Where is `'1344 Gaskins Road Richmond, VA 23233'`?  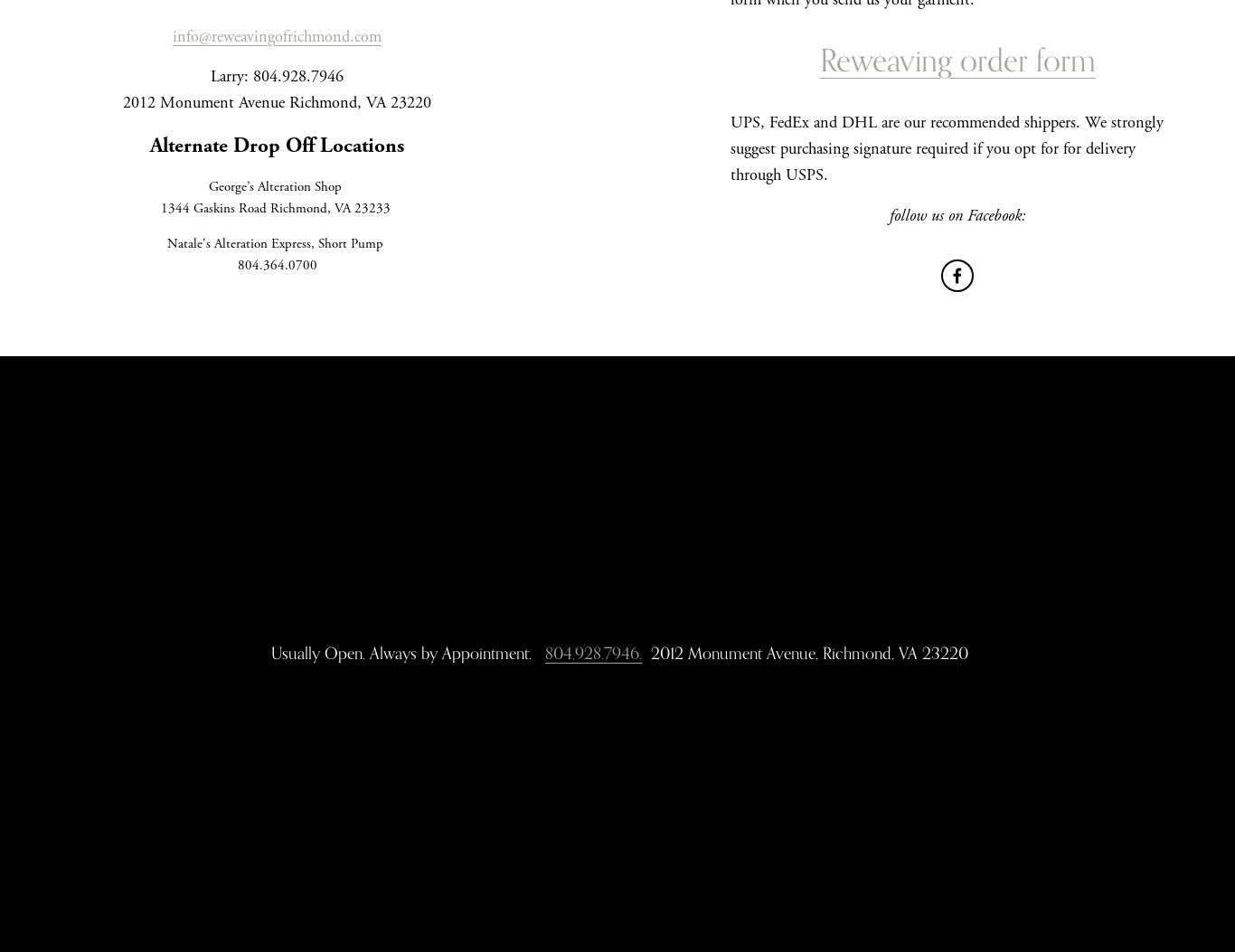
'1344 Gaskins Road Richmond, VA 23233' is located at coordinates (276, 208).